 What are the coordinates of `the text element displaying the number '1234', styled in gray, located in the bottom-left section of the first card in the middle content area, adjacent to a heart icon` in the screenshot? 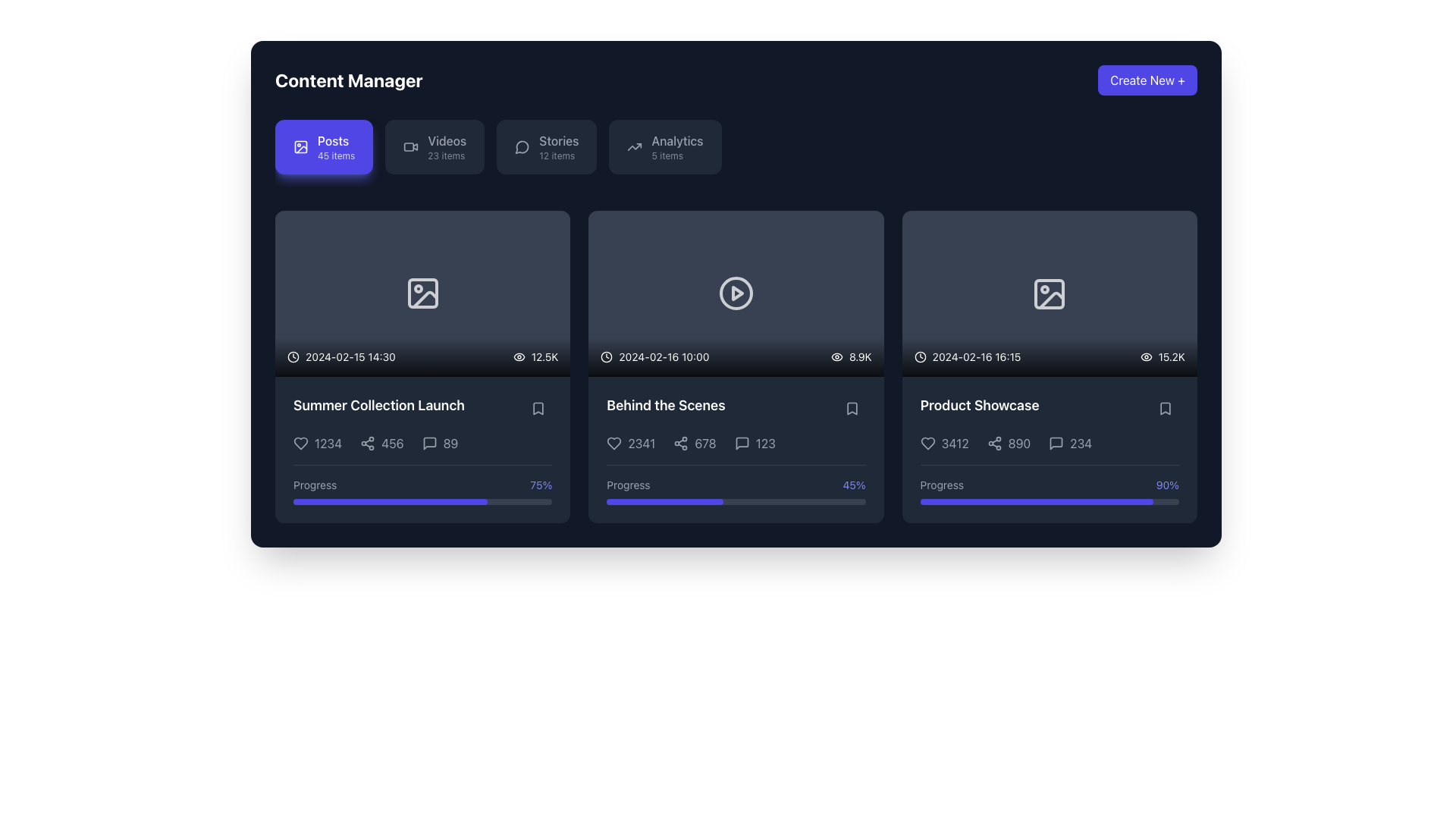 It's located at (317, 443).